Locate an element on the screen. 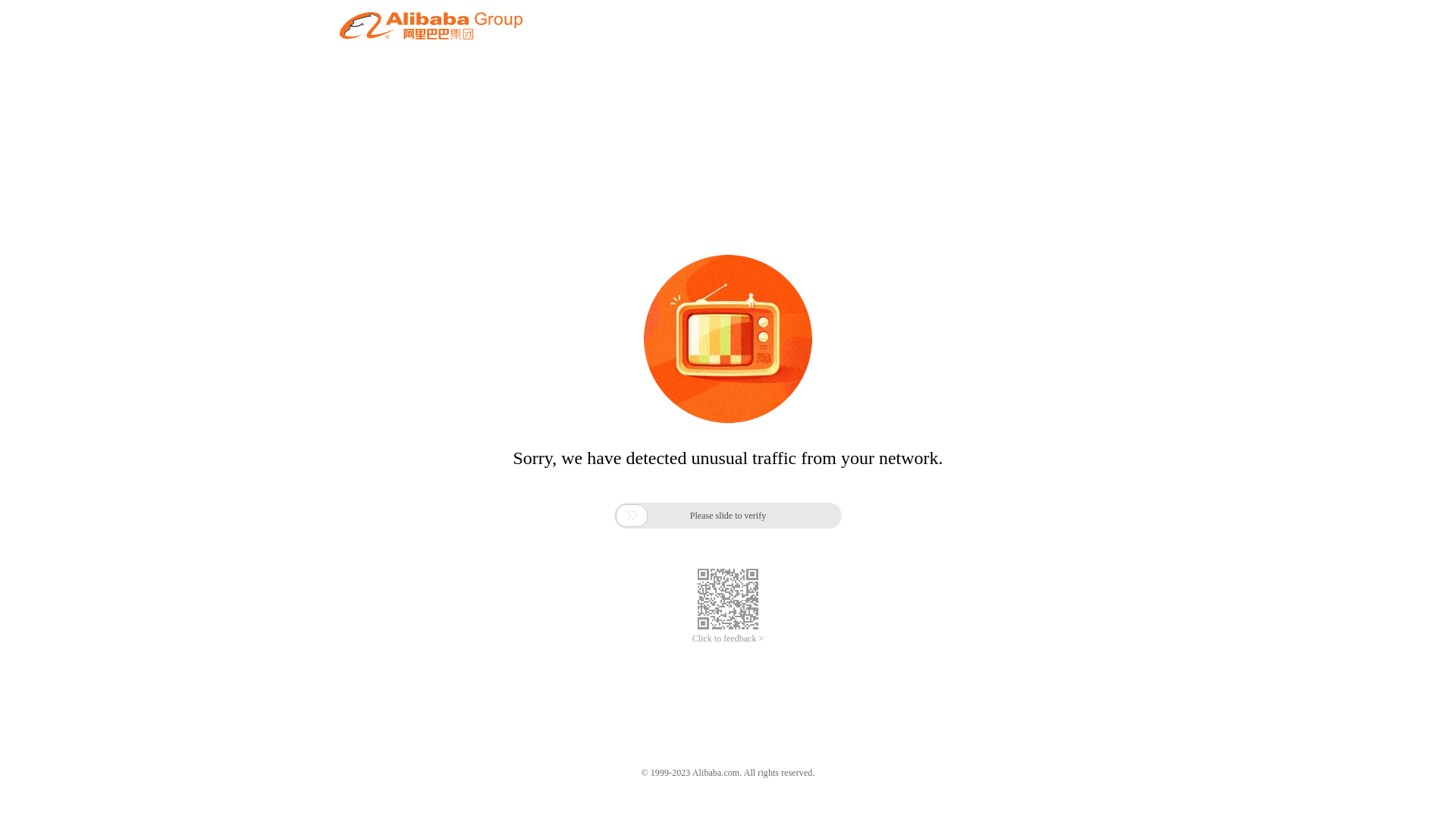 The image size is (1456, 819). 'Click to feedback >' is located at coordinates (691, 639).